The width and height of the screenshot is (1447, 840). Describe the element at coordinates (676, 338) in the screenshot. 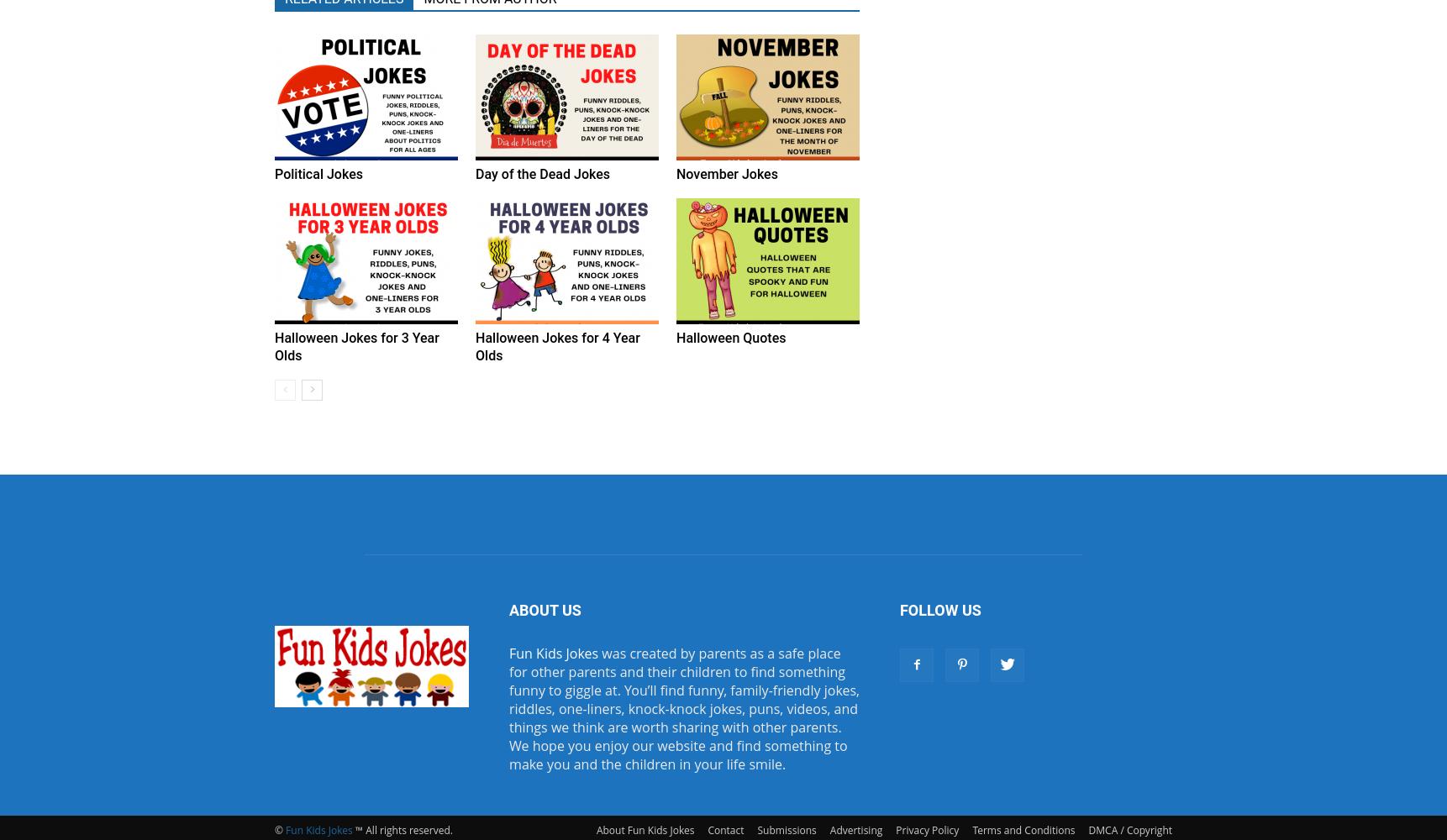

I see `'Halloween Quotes'` at that location.